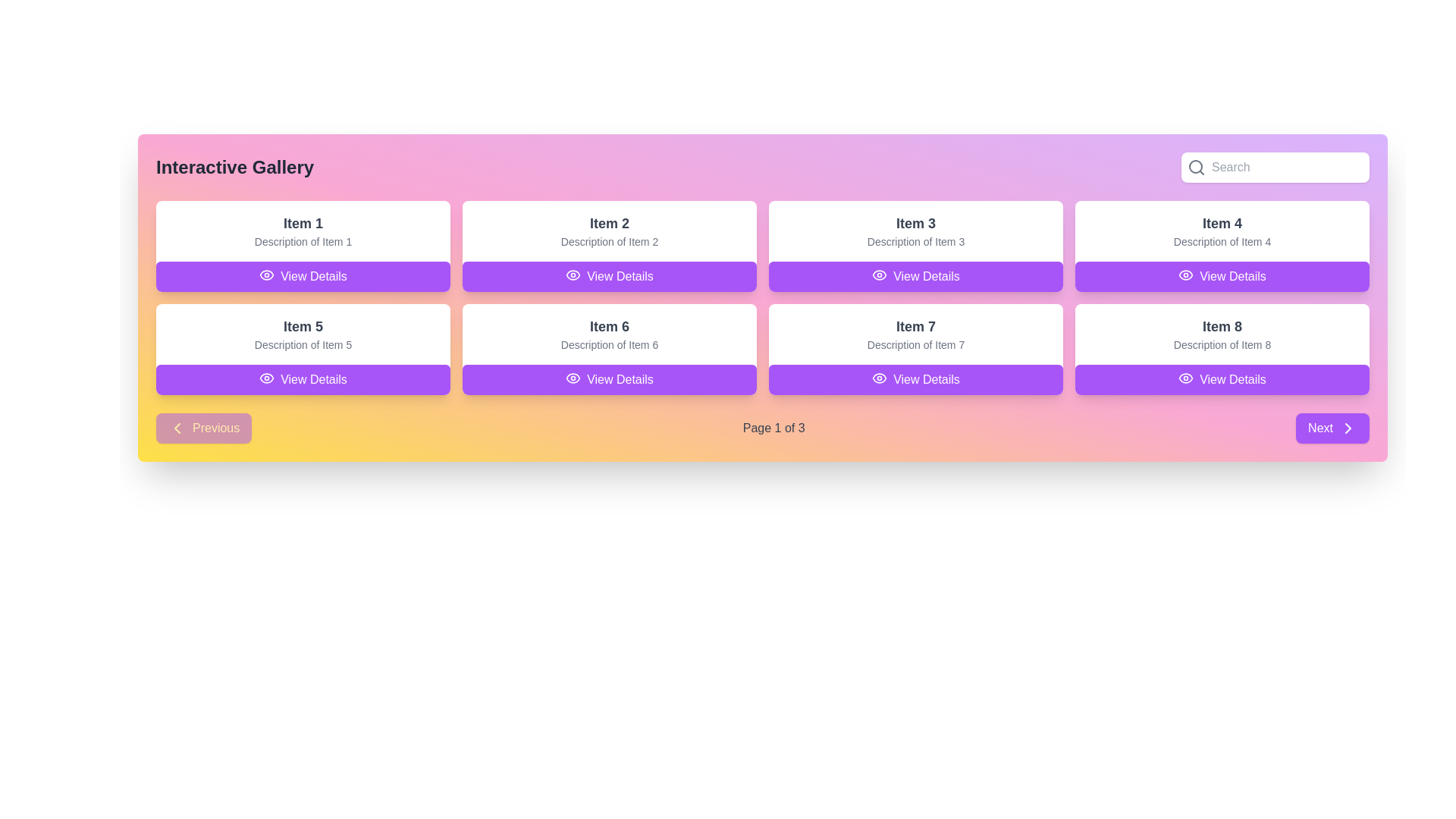 This screenshot has height=819, width=1456. I want to click on the Information display card that shows details for 'Item 2' located in the first row, second column of the layout grid, so click(610, 231).